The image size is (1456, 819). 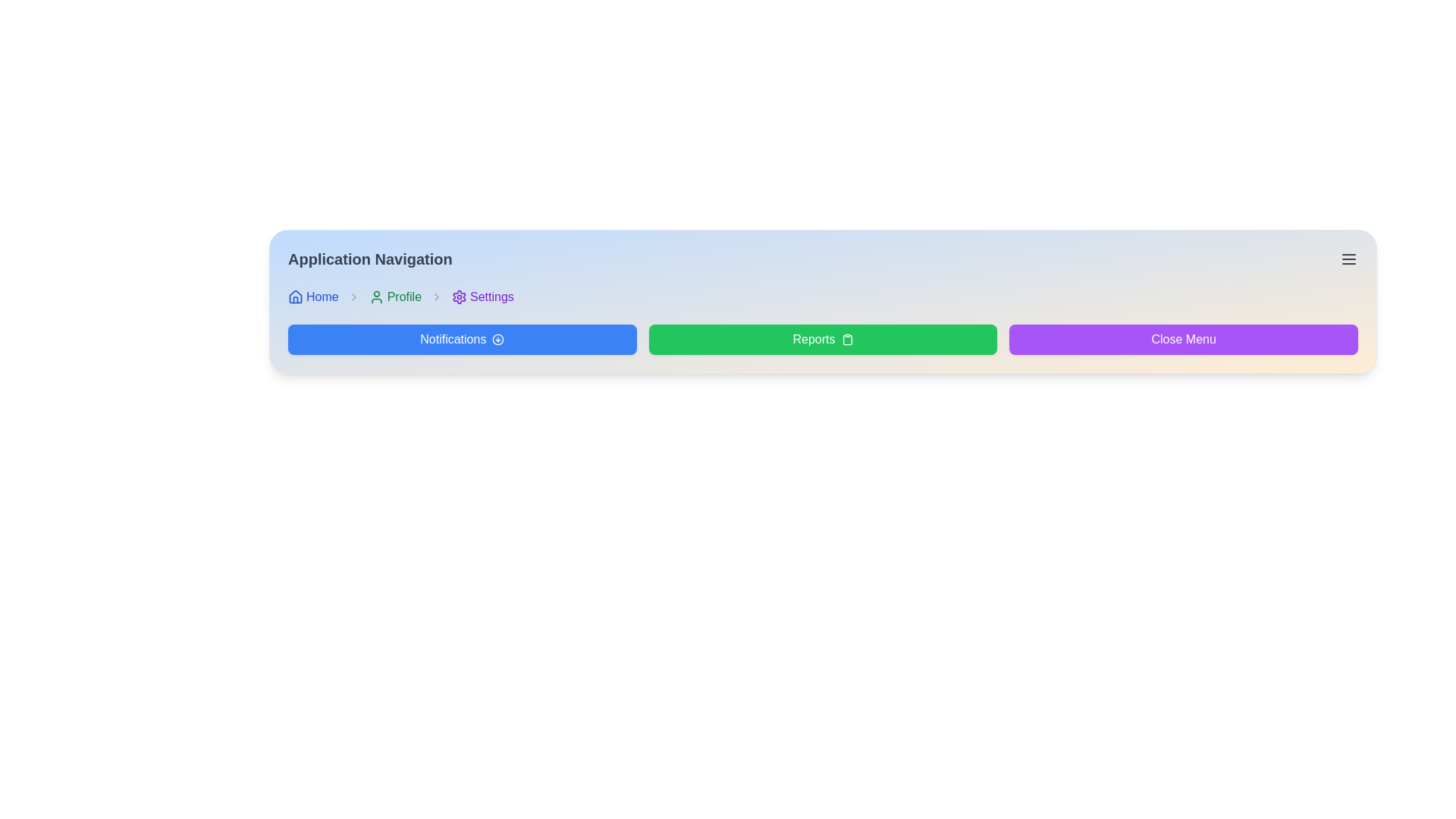 I want to click on the 'Home' vector icon located in the navigation menu at the top left corner of the interface, so click(x=295, y=296).